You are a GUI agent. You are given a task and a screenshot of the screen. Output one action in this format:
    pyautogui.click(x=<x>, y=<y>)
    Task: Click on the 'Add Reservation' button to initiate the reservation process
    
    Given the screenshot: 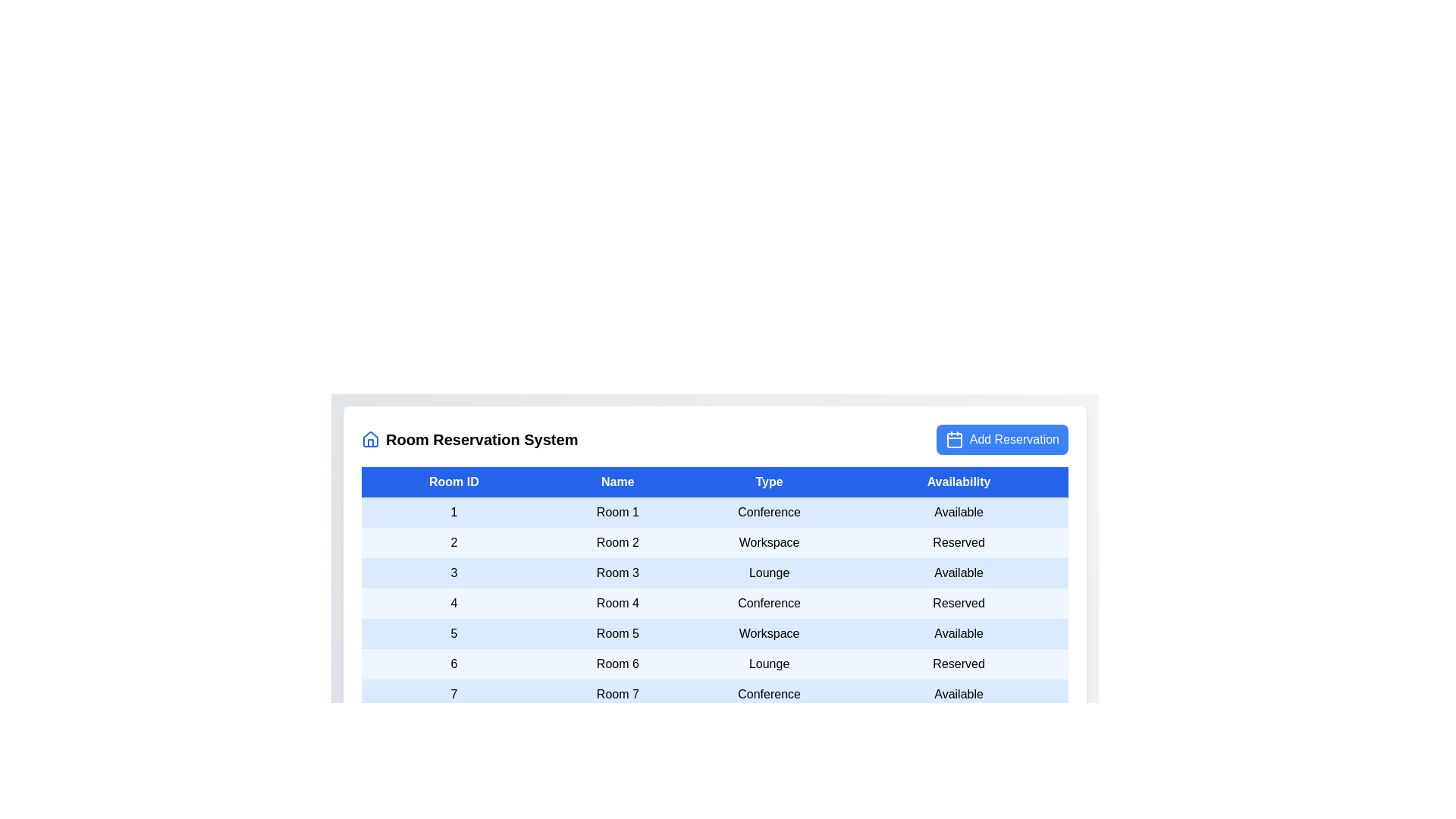 What is the action you would take?
    pyautogui.click(x=1001, y=439)
    